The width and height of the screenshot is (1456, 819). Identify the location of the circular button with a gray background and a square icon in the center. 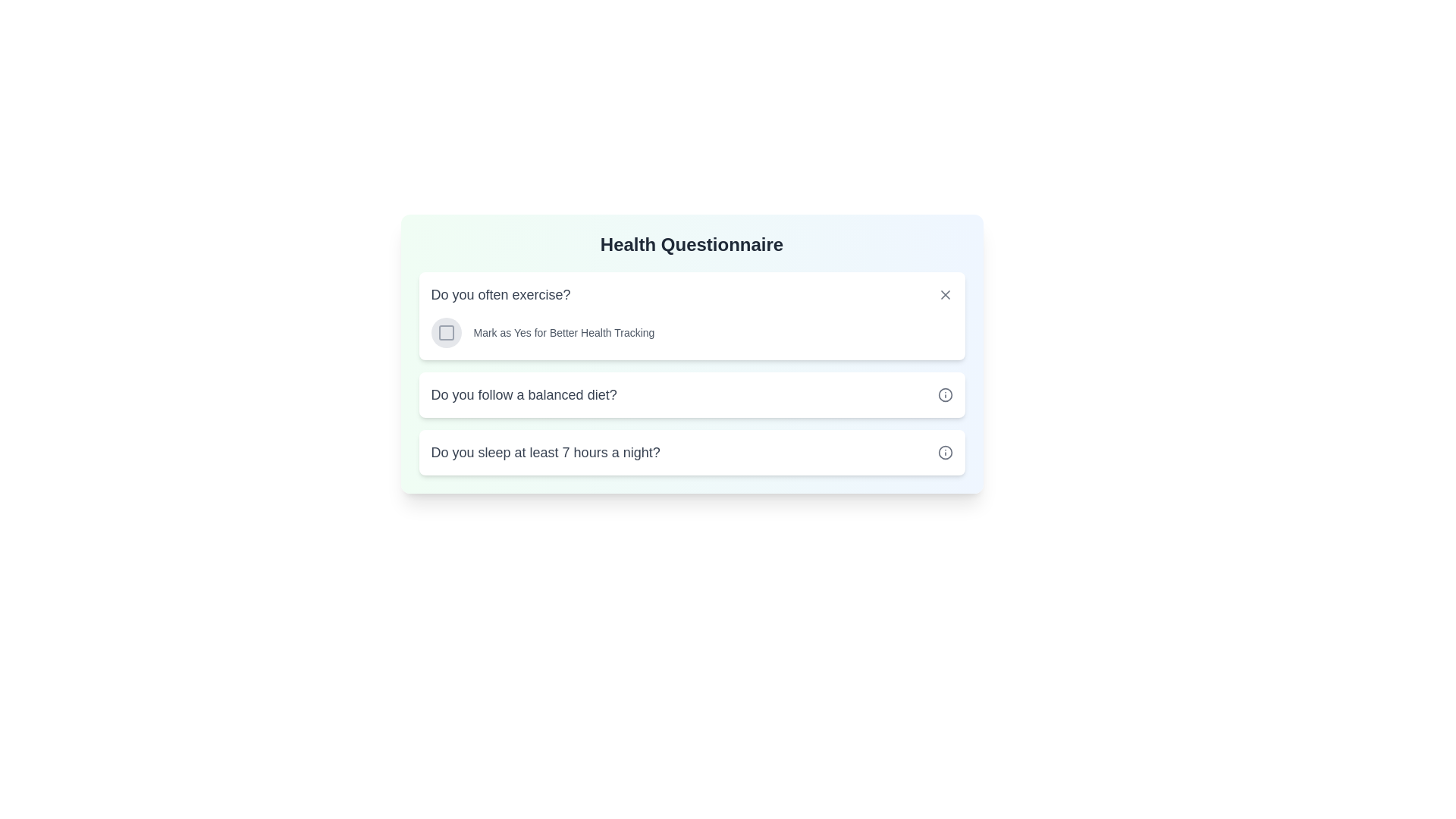
(445, 332).